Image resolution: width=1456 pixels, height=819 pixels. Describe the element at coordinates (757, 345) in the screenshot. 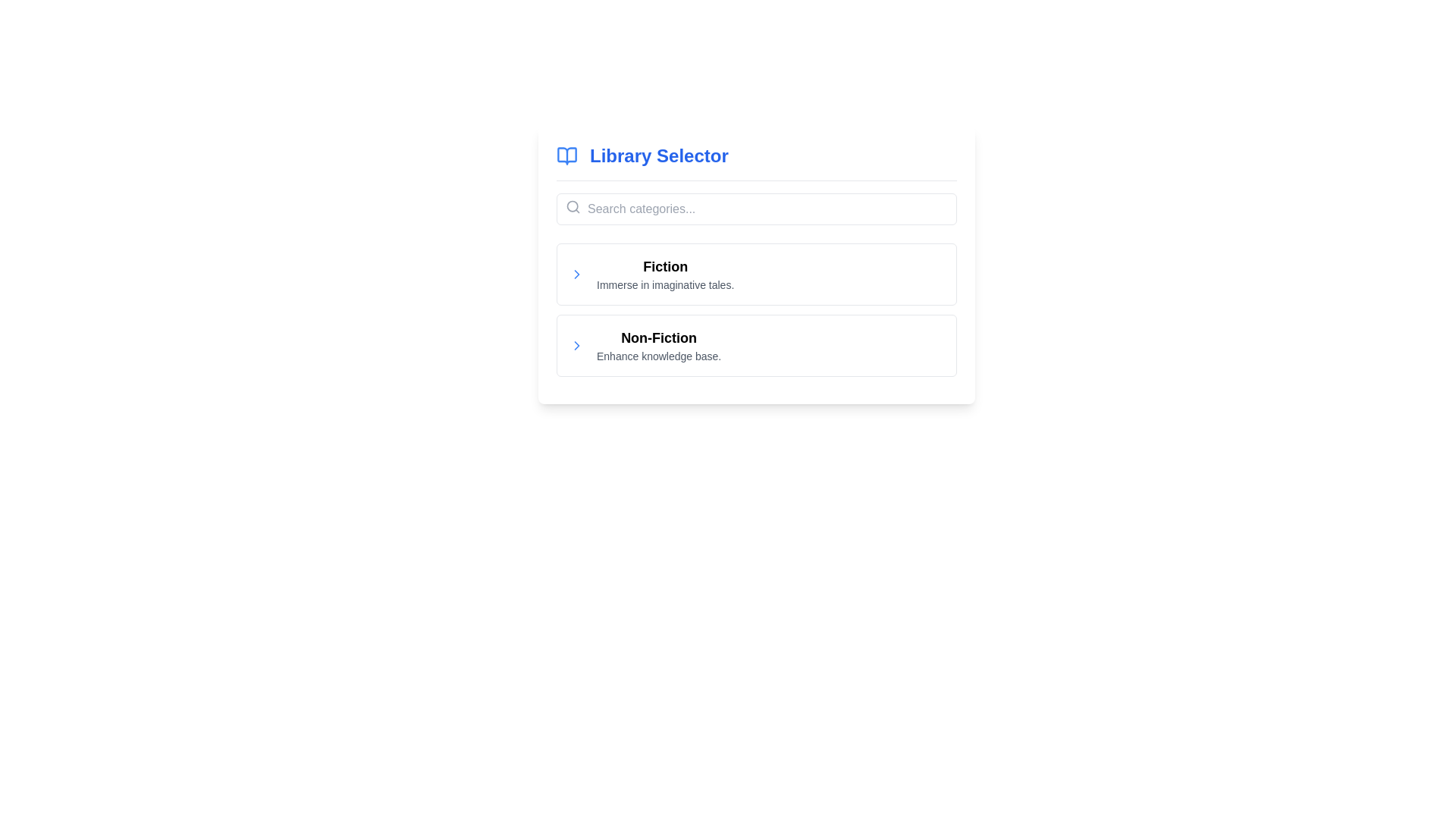

I see `the second entry in the list, which is the 'Non-Fiction' clickable list item that features a bold title and a description` at that location.